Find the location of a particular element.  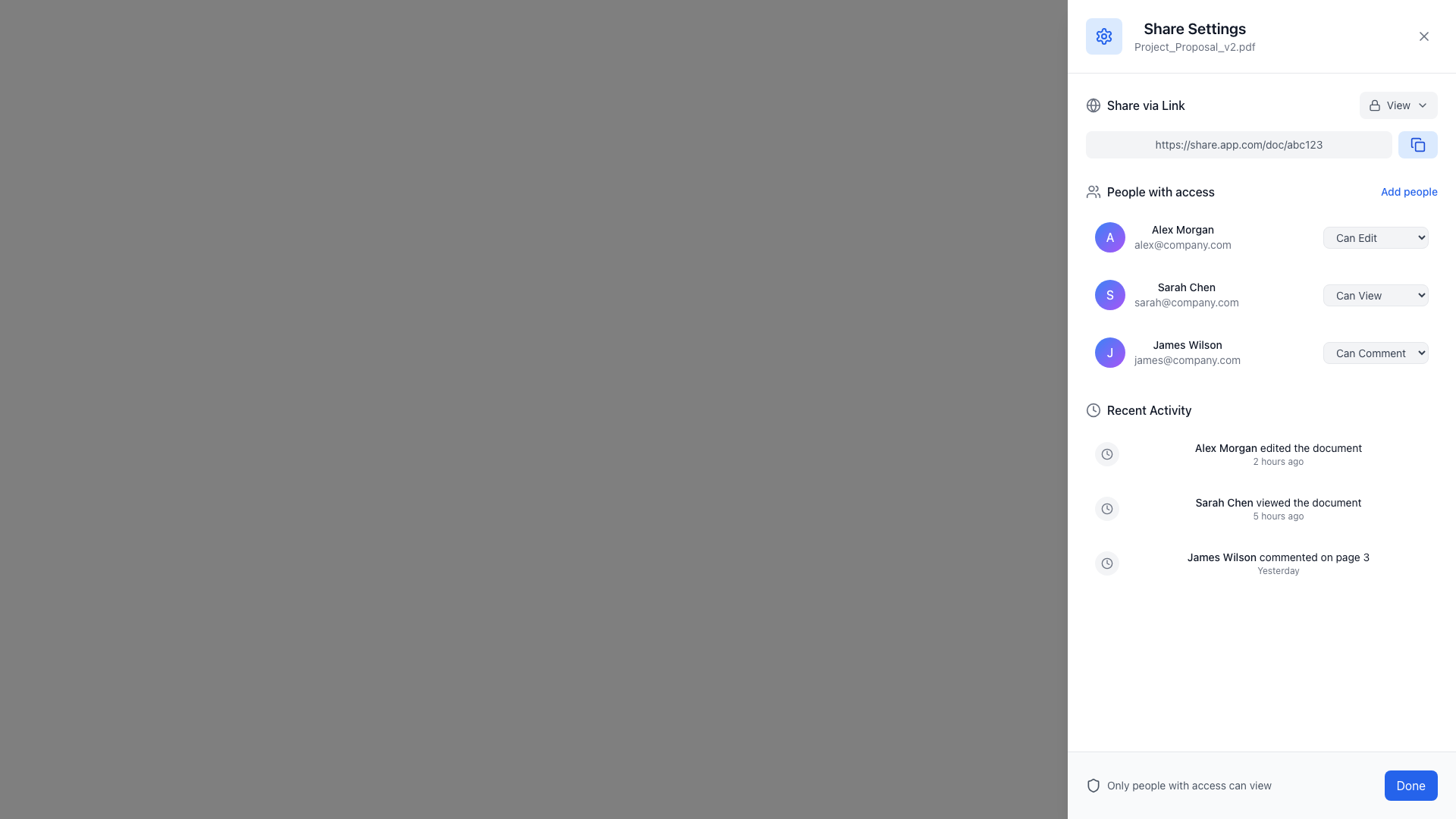

title and subtitle of the settings section for the document 'Project_Proposal_v2.pdf', identified by the heading with an associated icon located at the top-left of the panel is located at coordinates (1169, 35).